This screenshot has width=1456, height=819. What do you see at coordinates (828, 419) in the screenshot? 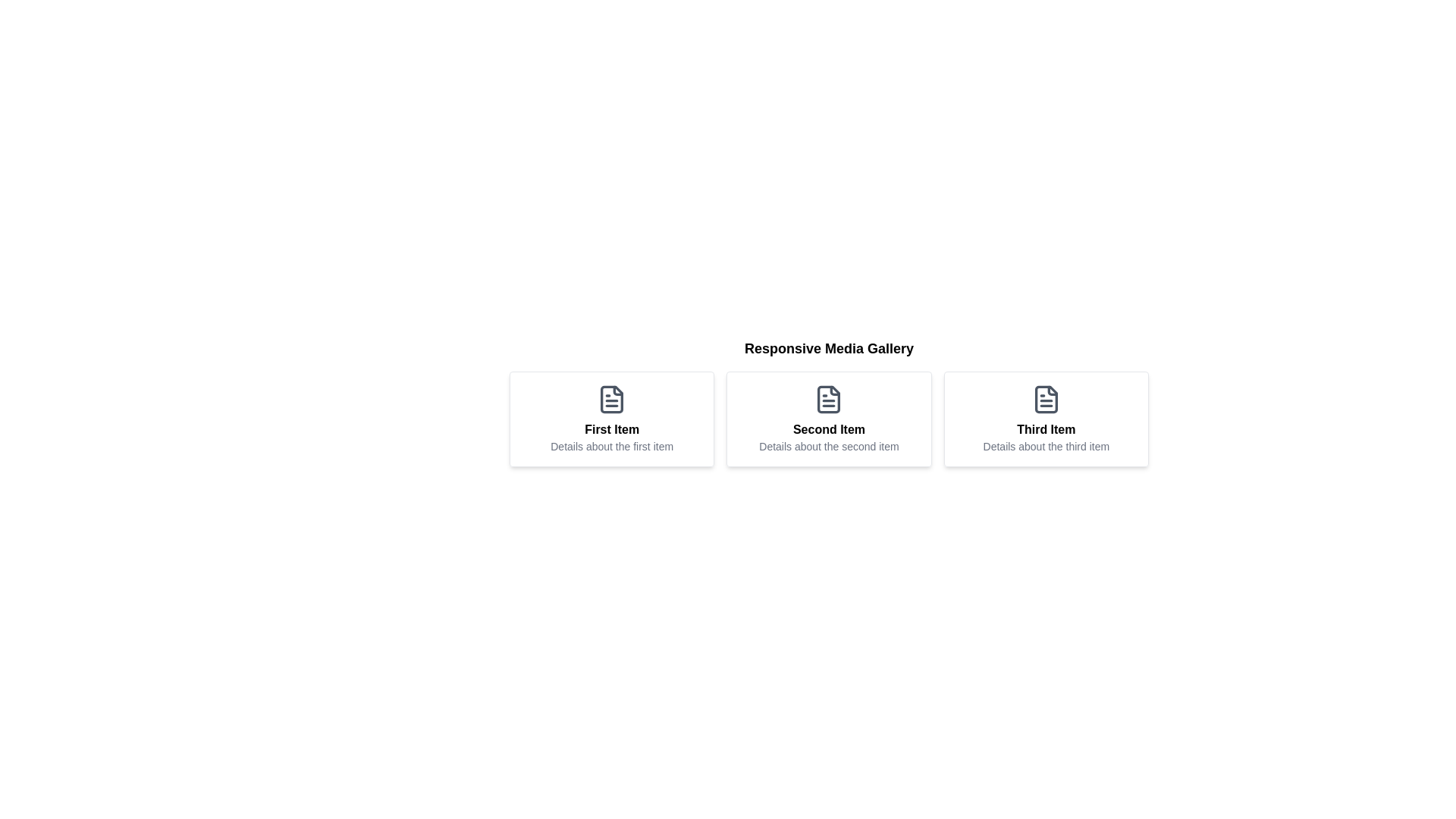
I see `the Information card that features a document icon at the top center, with bold text reading 'Second Item' and additional details below it, positioned centrally between the other items in a grid layout` at bounding box center [828, 419].